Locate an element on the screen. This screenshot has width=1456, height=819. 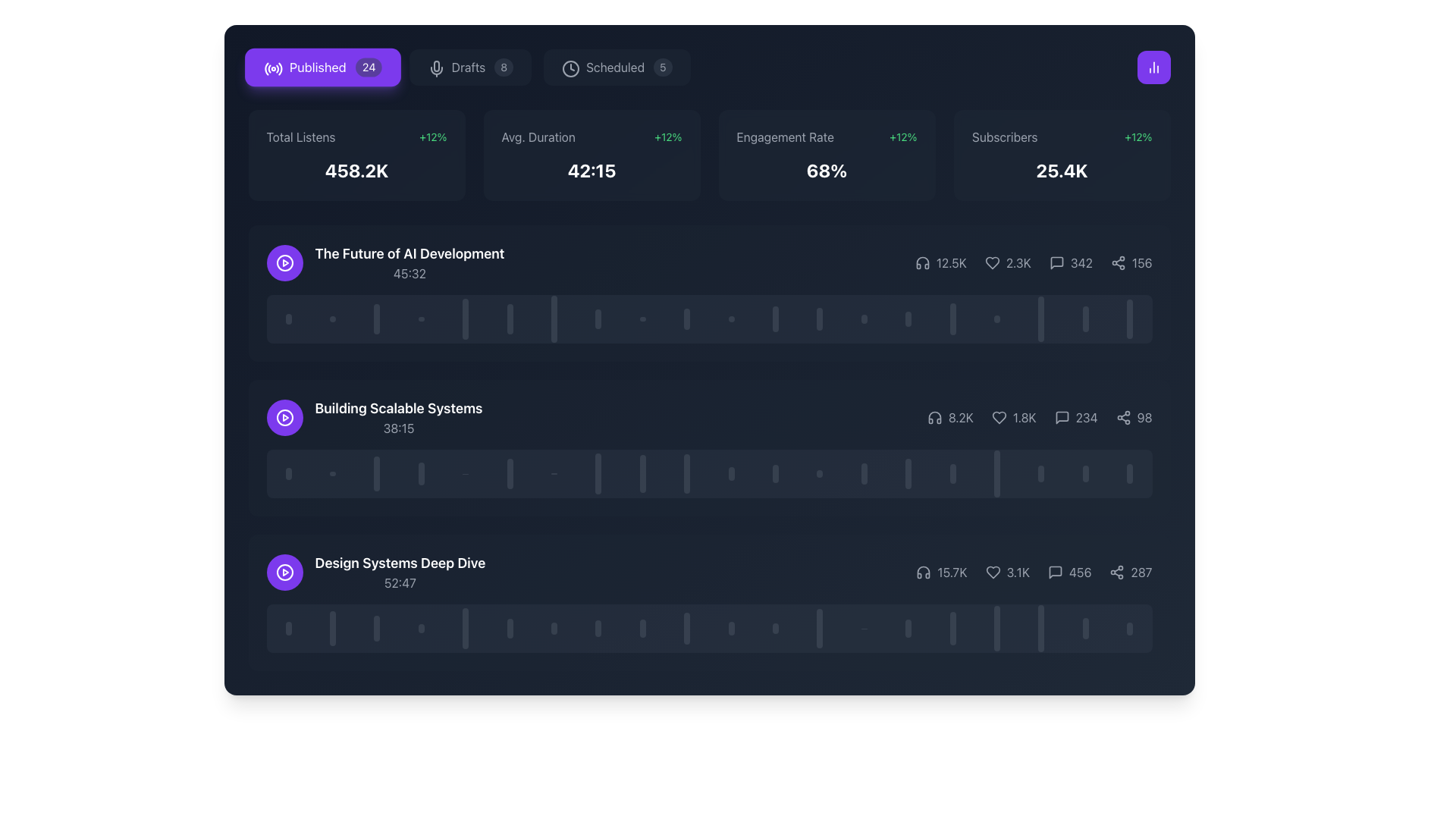
the last vertical gray bar with rounded ends in the timeline widget located at the bottom of the interface's middle section is located at coordinates (1040, 629).